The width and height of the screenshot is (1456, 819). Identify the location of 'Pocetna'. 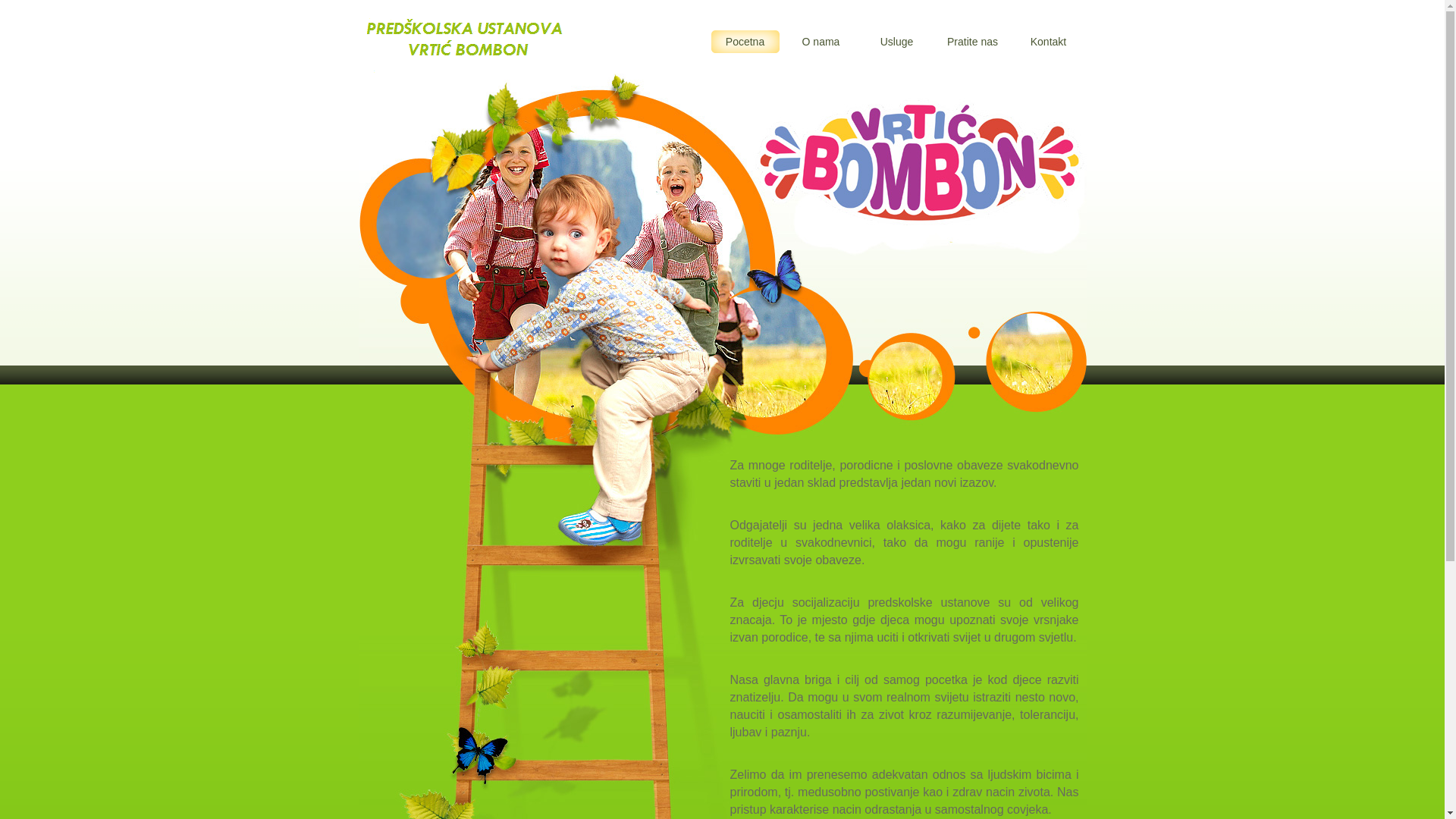
(745, 40).